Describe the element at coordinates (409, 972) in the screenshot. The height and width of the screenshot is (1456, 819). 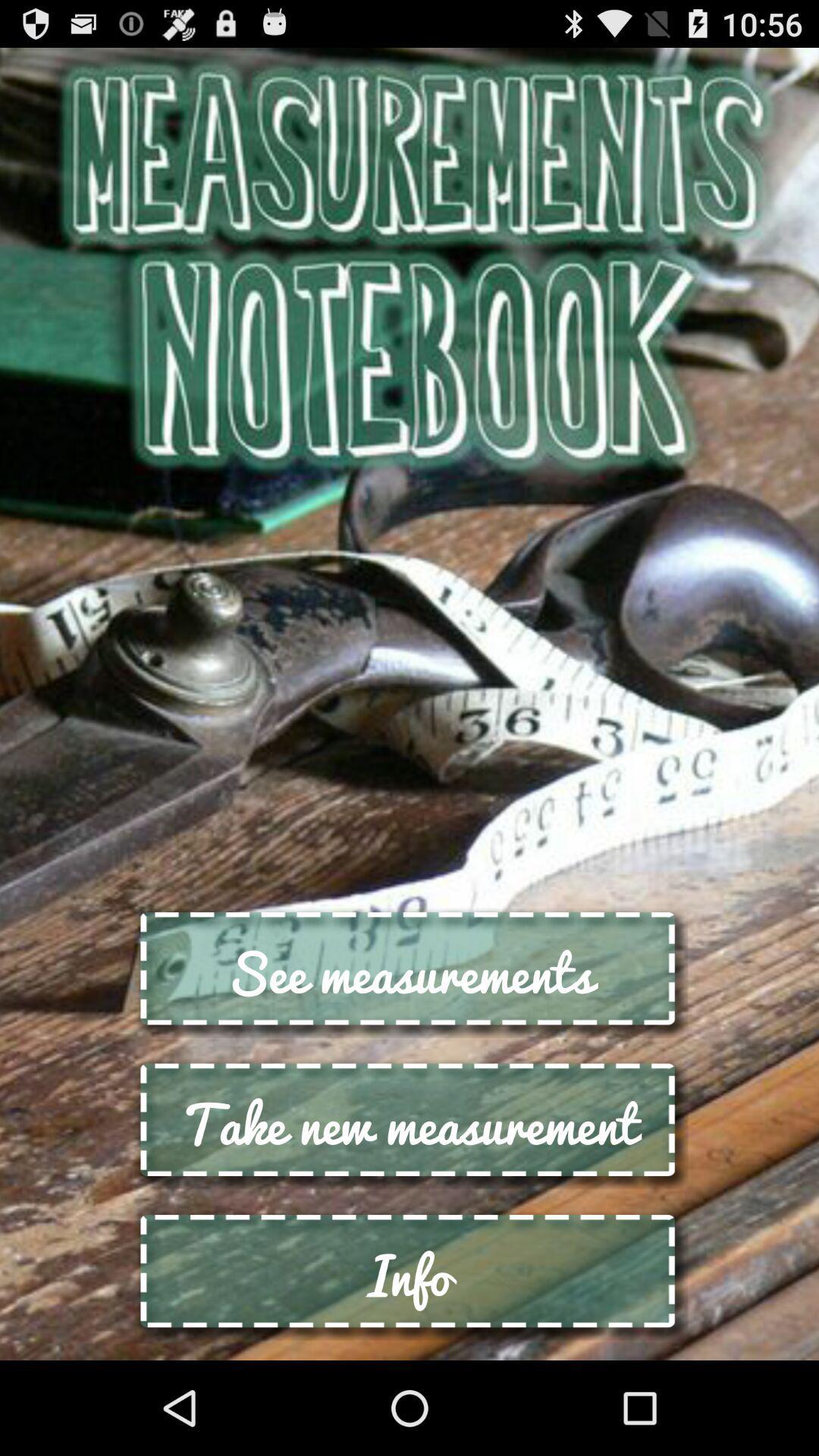
I see `the button above the take new measurement button` at that location.